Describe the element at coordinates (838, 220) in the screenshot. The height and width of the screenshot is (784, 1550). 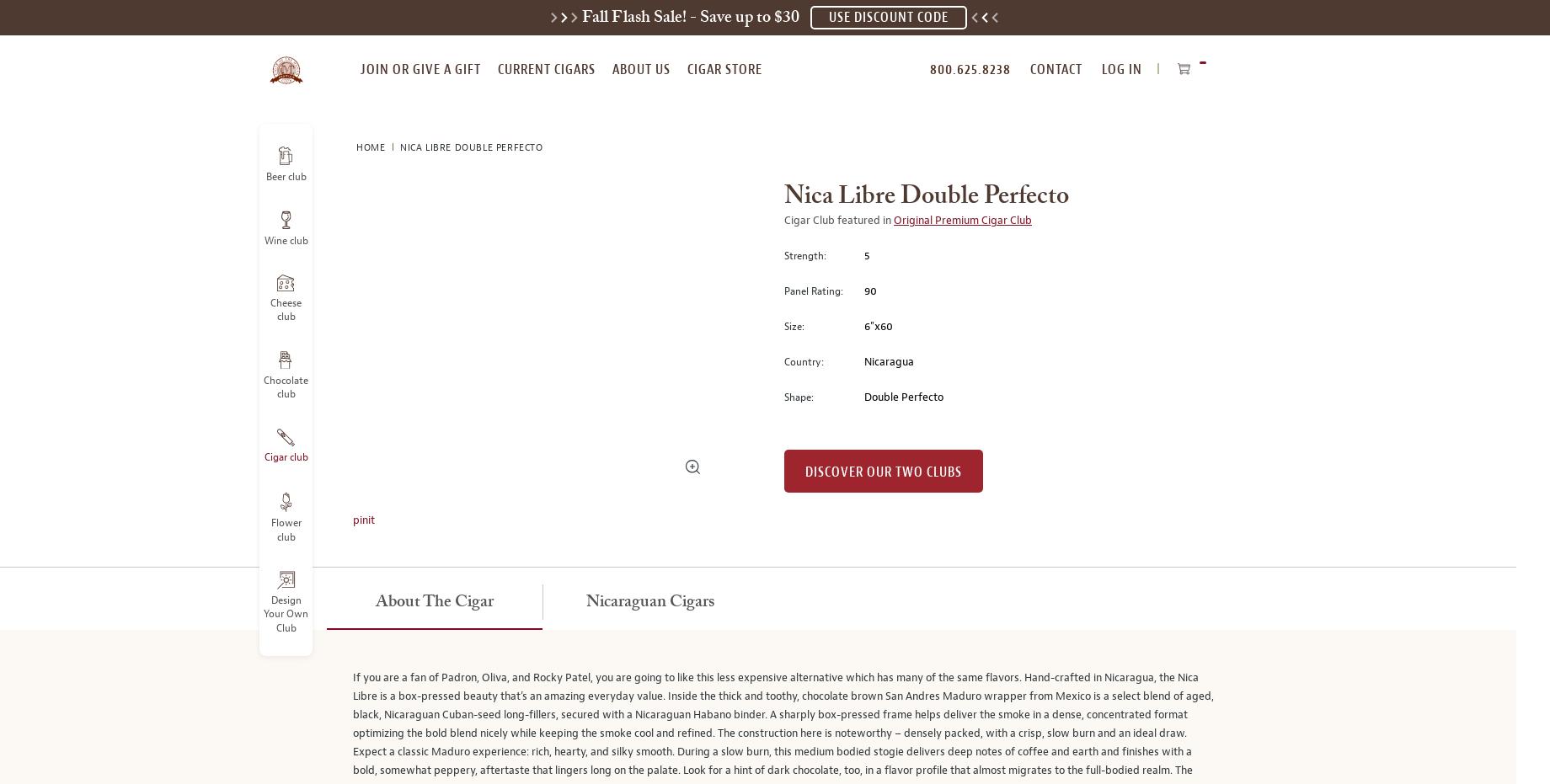
I see `'Cigar Club featured in'` at that location.